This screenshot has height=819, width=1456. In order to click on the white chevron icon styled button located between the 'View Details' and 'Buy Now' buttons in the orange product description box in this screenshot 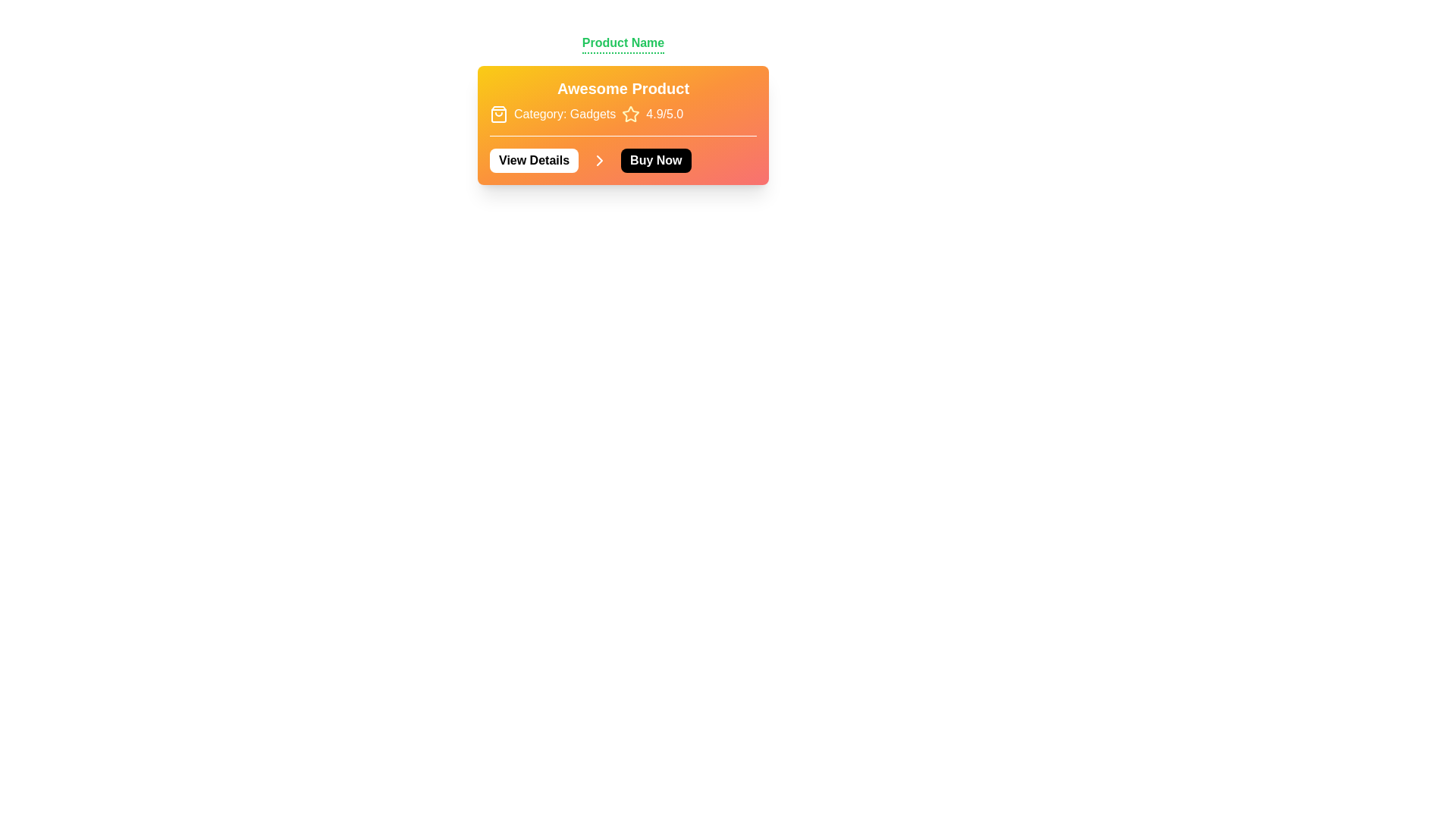, I will do `click(599, 161)`.